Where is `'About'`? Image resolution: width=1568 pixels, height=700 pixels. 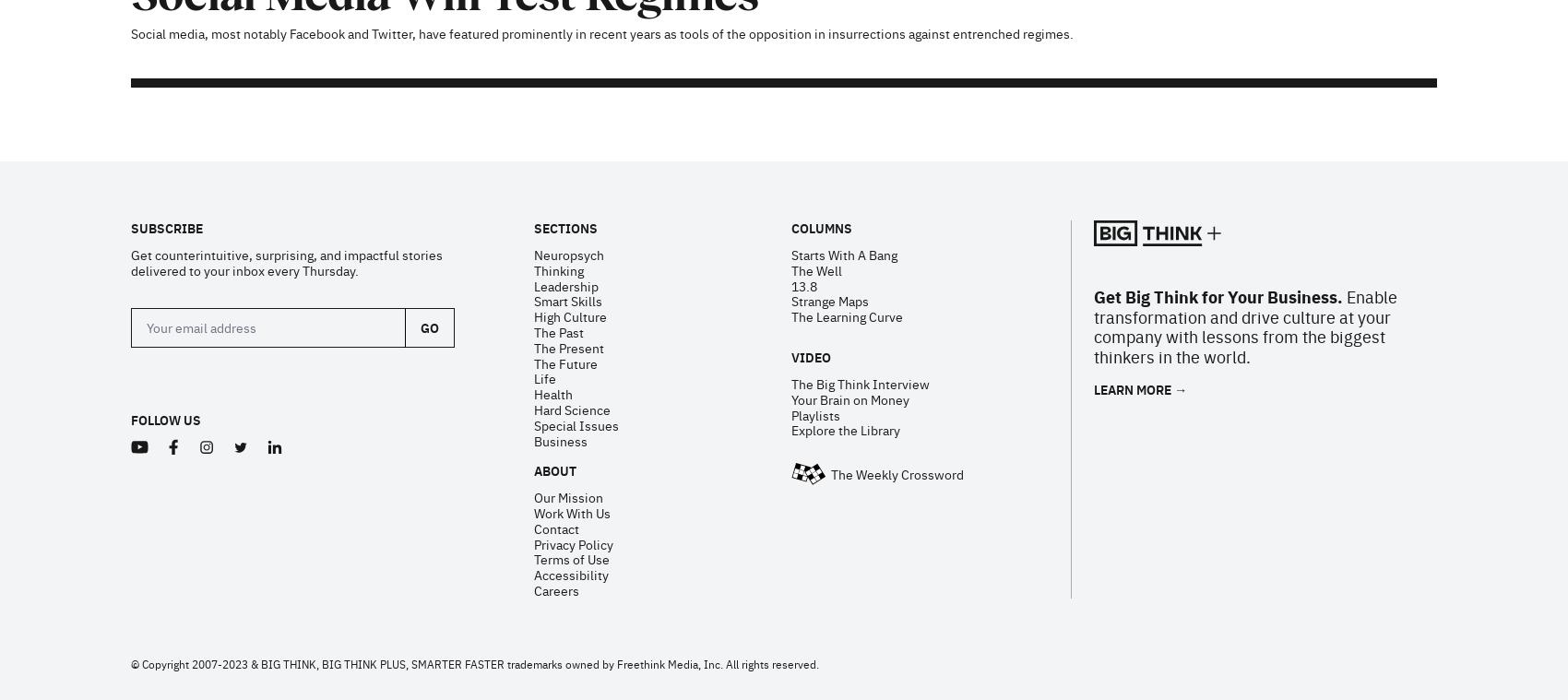
'About' is located at coordinates (552, 231).